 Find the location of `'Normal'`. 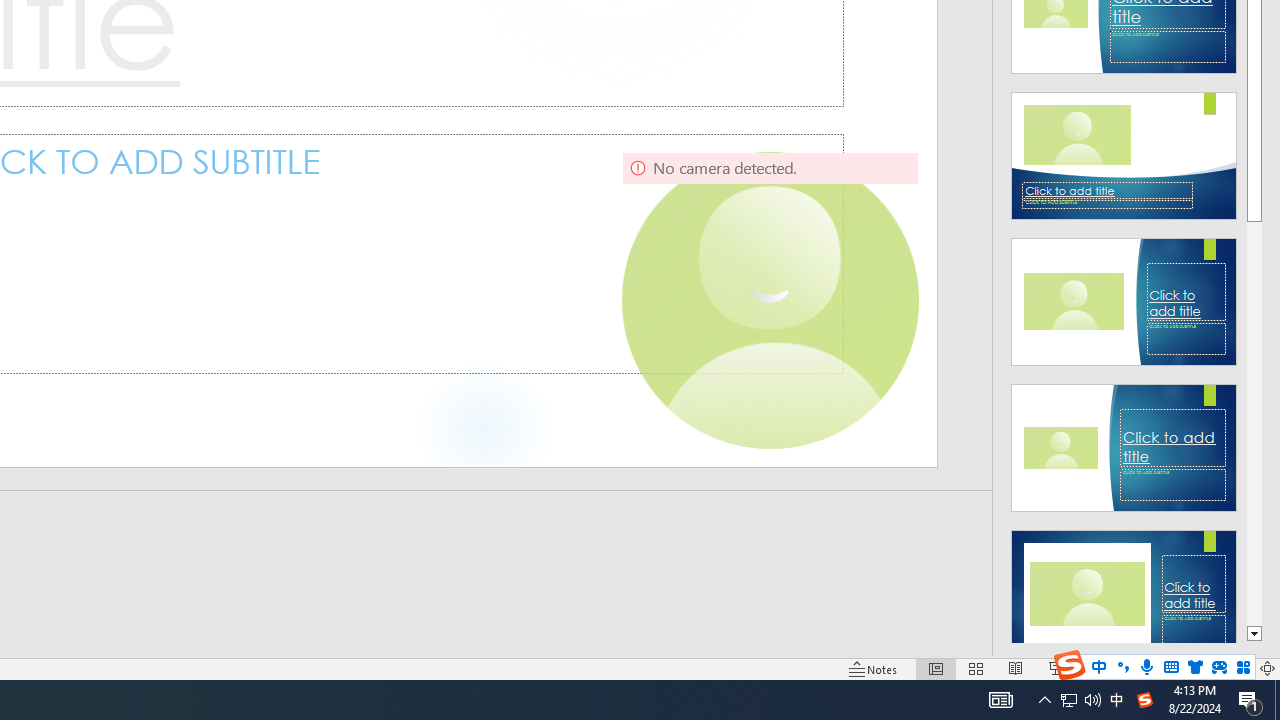

'Normal' is located at coordinates (935, 669).